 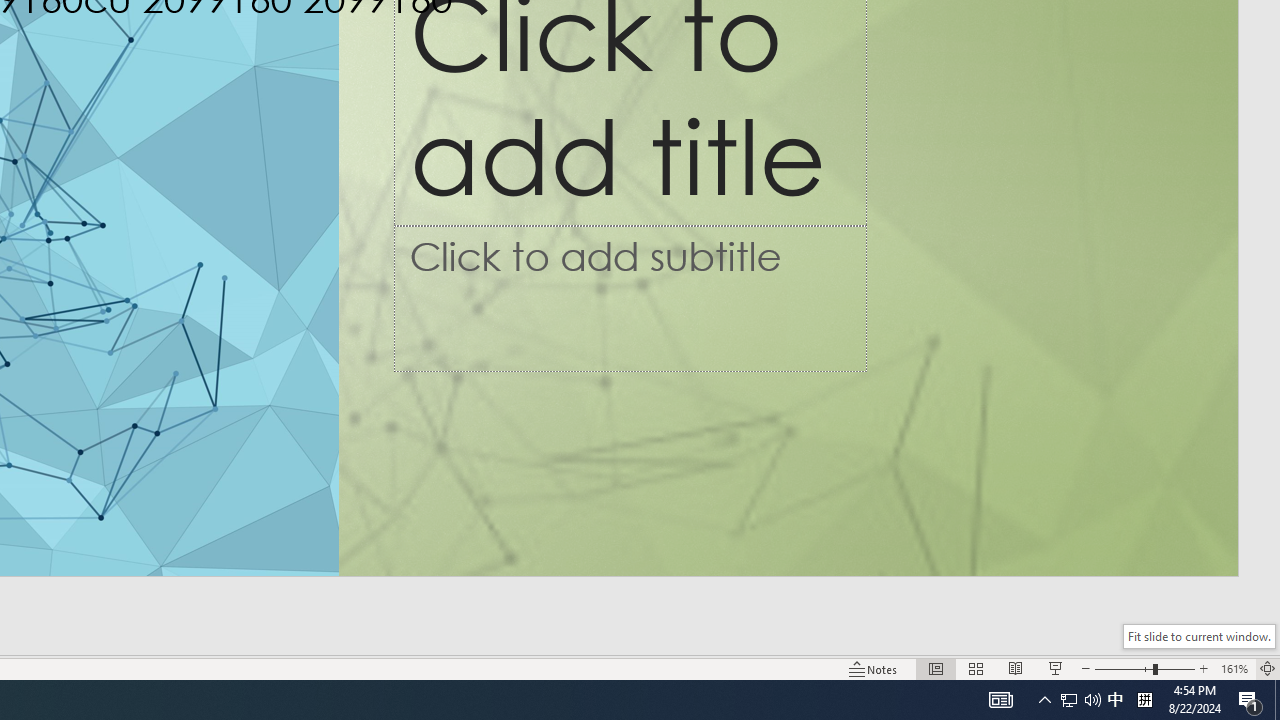 I want to click on 'Zoom 161%', so click(x=1233, y=669).